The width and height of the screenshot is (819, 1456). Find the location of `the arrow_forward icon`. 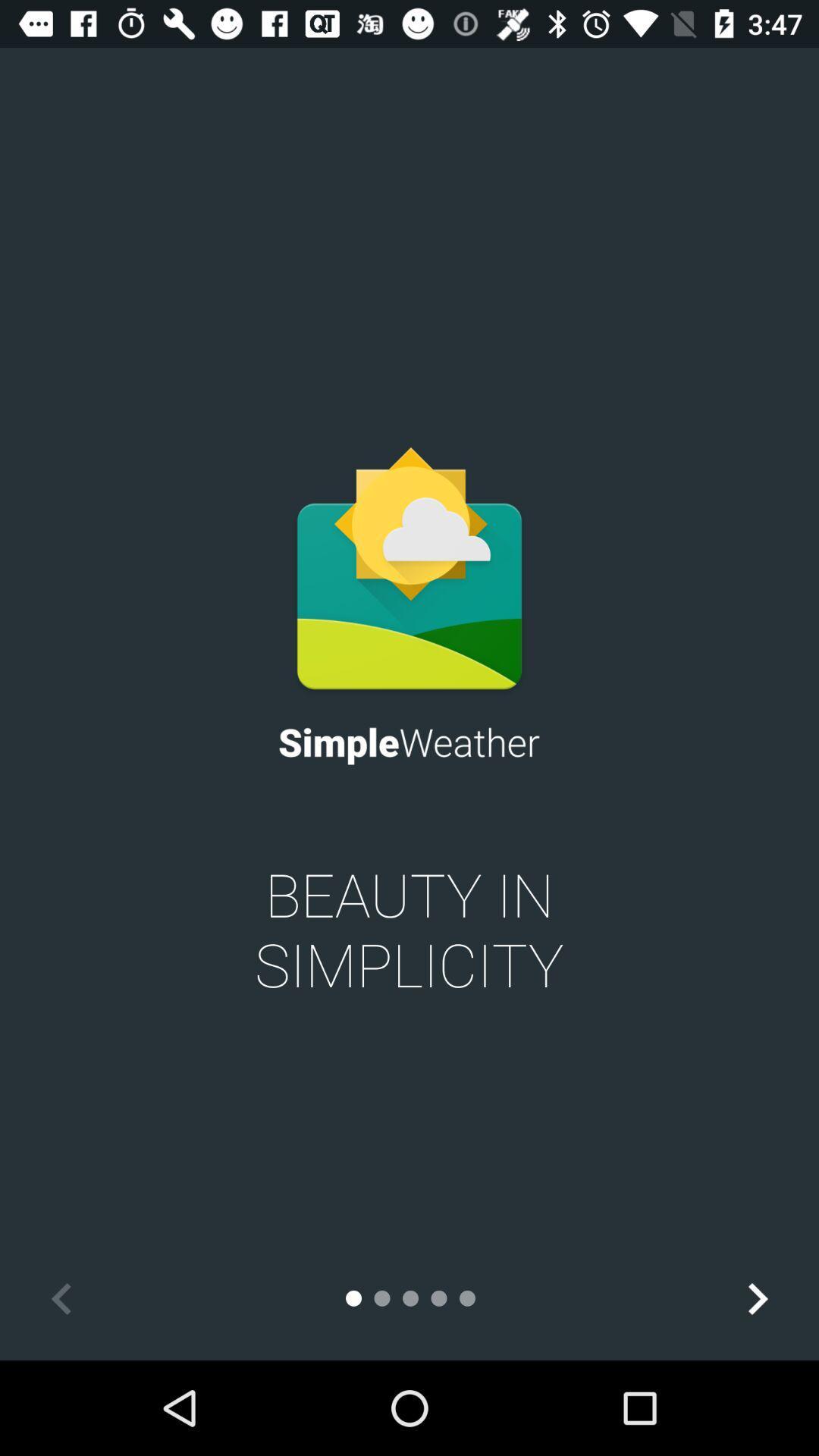

the arrow_forward icon is located at coordinates (757, 1298).